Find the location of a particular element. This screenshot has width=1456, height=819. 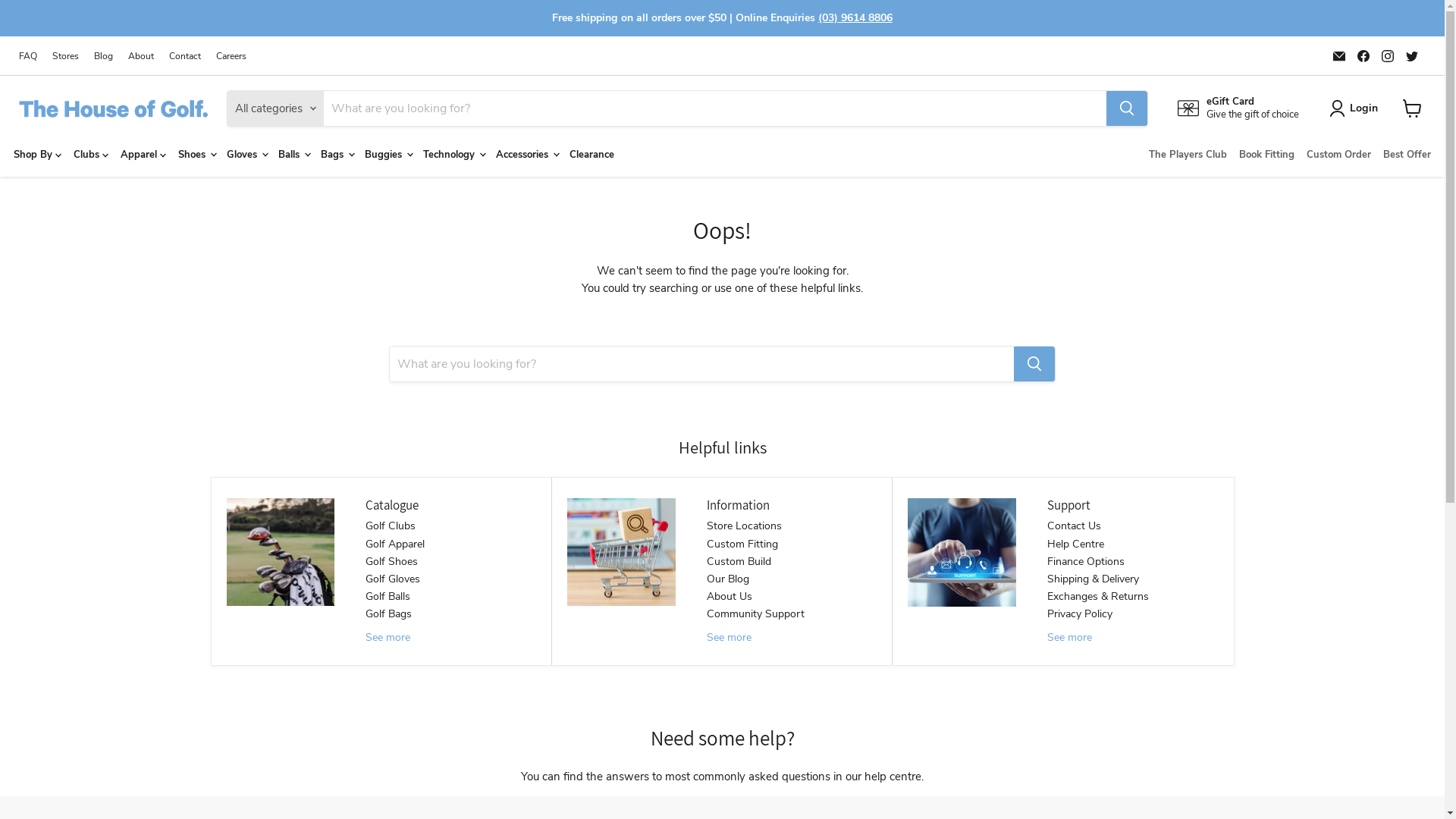

'Golf Clubs' is located at coordinates (390, 525).